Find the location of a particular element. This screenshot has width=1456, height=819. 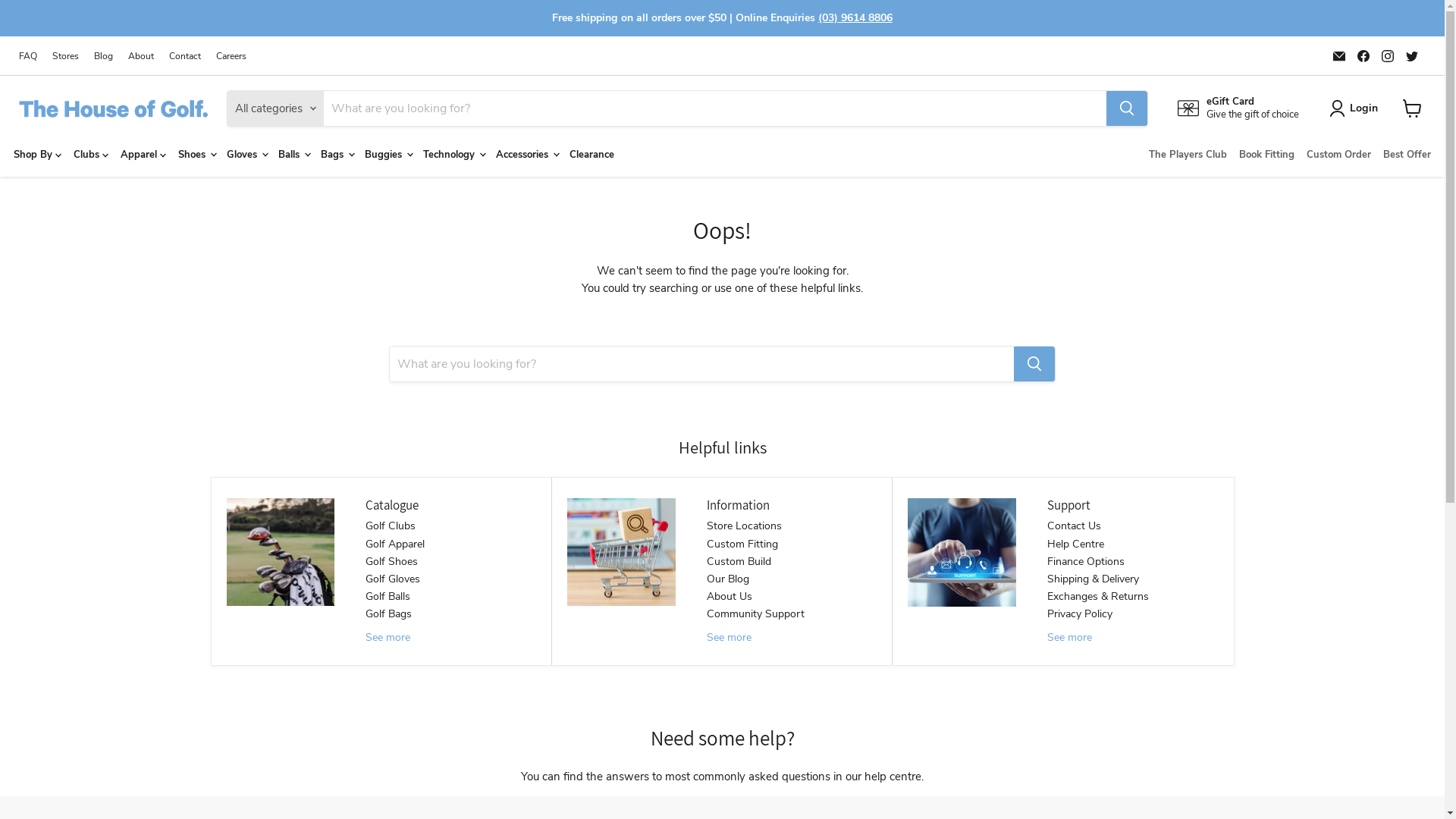

'Golf Clubs' is located at coordinates (390, 525).